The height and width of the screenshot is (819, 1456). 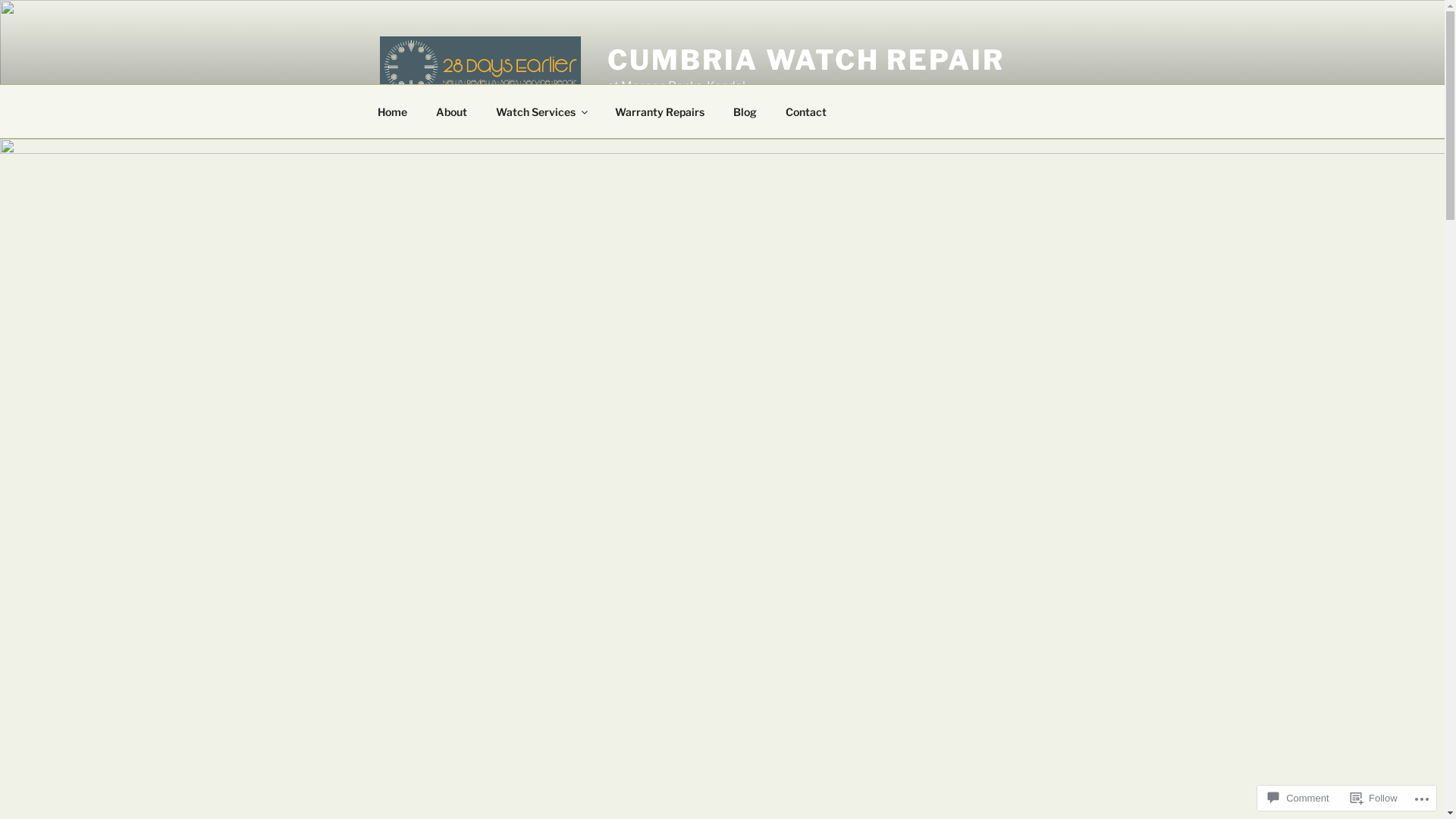 I want to click on 'Home', so click(x=392, y=110).